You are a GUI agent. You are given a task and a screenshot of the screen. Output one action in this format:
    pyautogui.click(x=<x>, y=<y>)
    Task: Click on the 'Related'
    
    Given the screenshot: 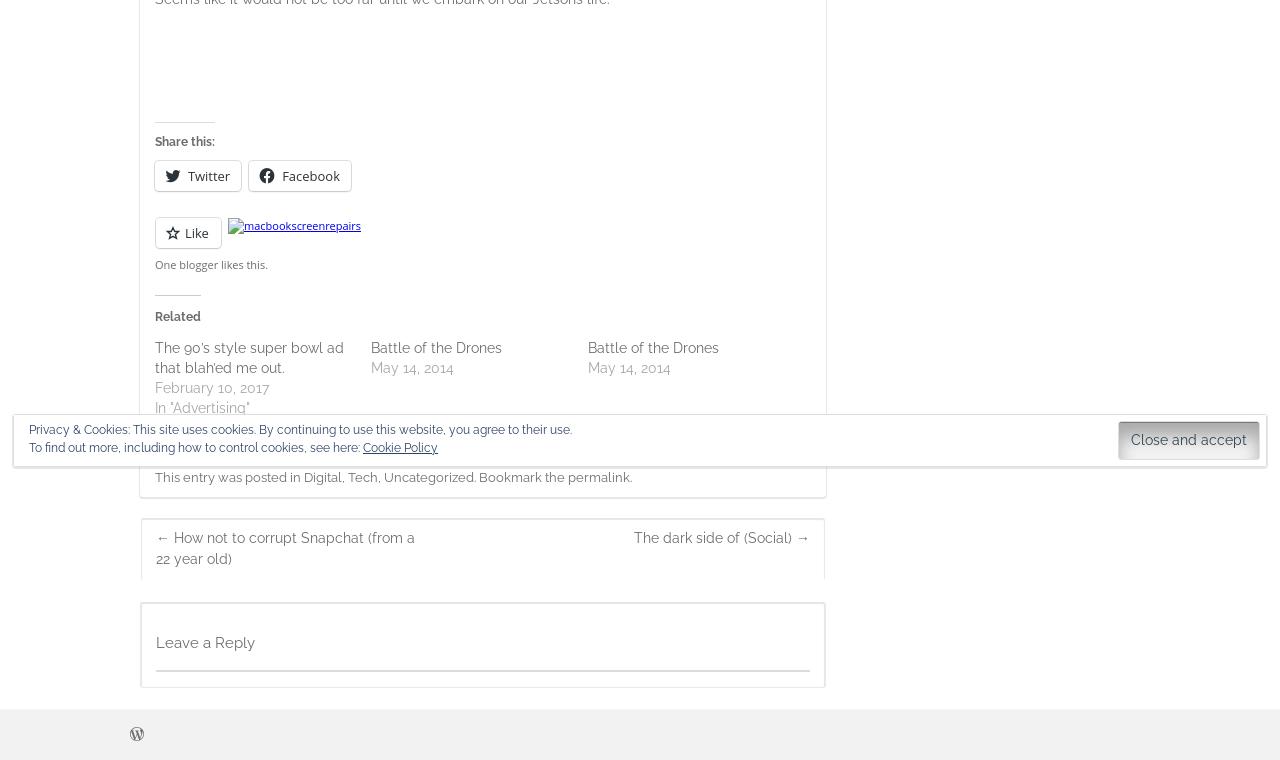 What is the action you would take?
    pyautogui.click(x=178, y=316)
    